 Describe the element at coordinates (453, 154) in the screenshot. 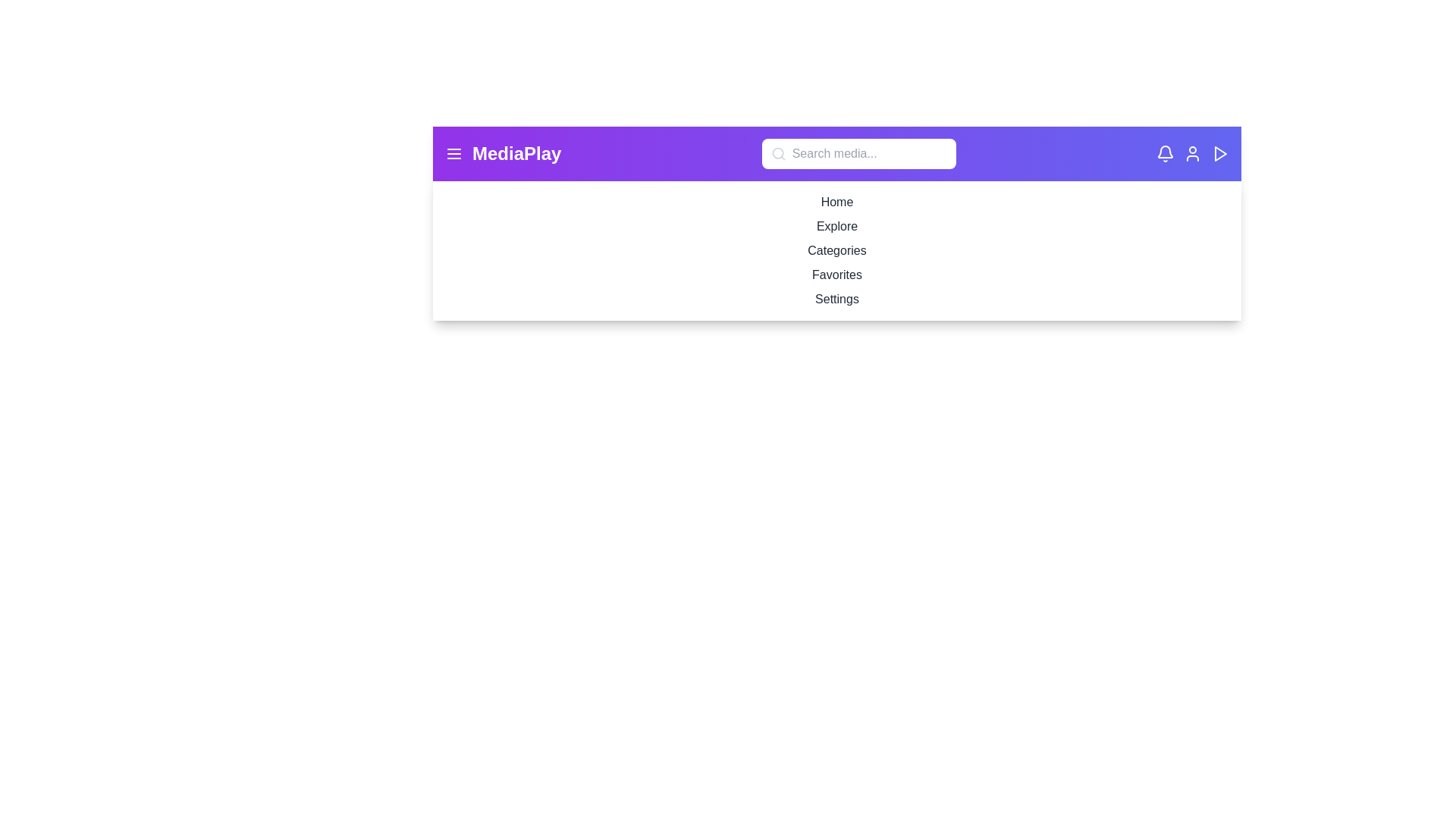

I see `the hamburger menu icon located in the top-left corner of the interface, part of the 'MediaPlay' group` at that location.